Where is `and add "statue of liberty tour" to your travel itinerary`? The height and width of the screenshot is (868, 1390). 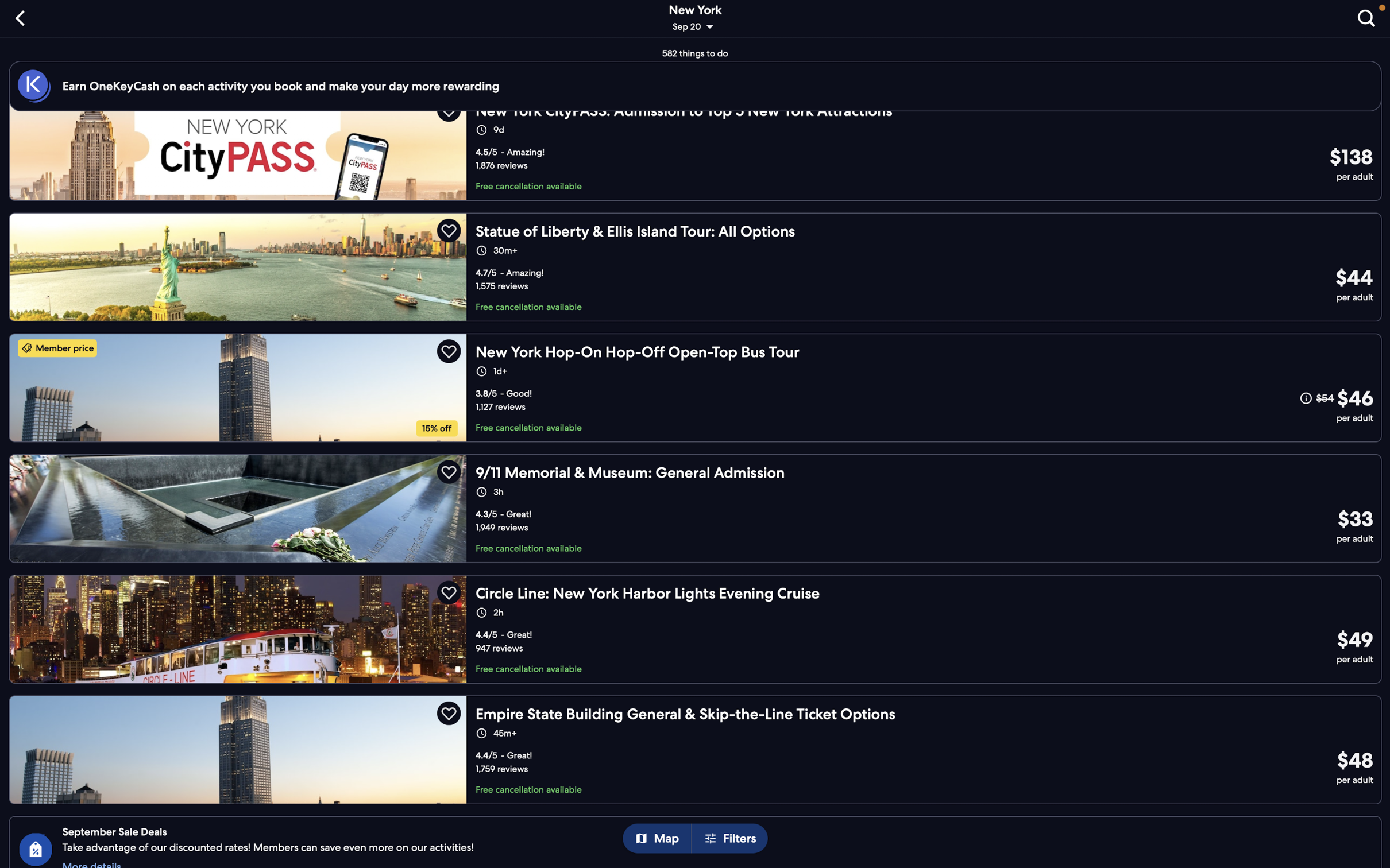 and add "statue of liberty tour" to your travel itinerary is located at coordinates (696, 265).